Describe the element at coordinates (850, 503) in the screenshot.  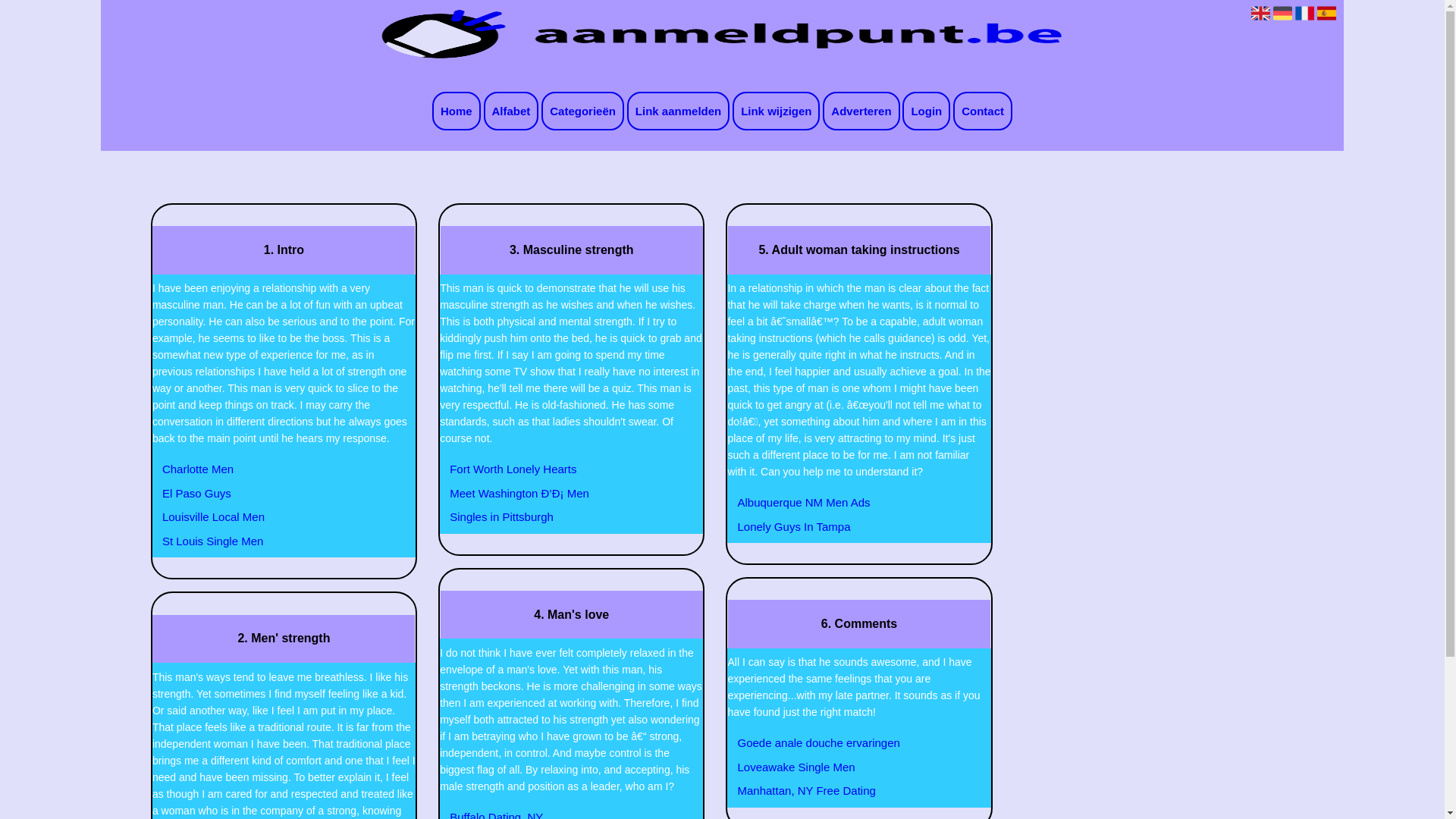
I see `'Albuquerque NM Men Ads'` at that location.